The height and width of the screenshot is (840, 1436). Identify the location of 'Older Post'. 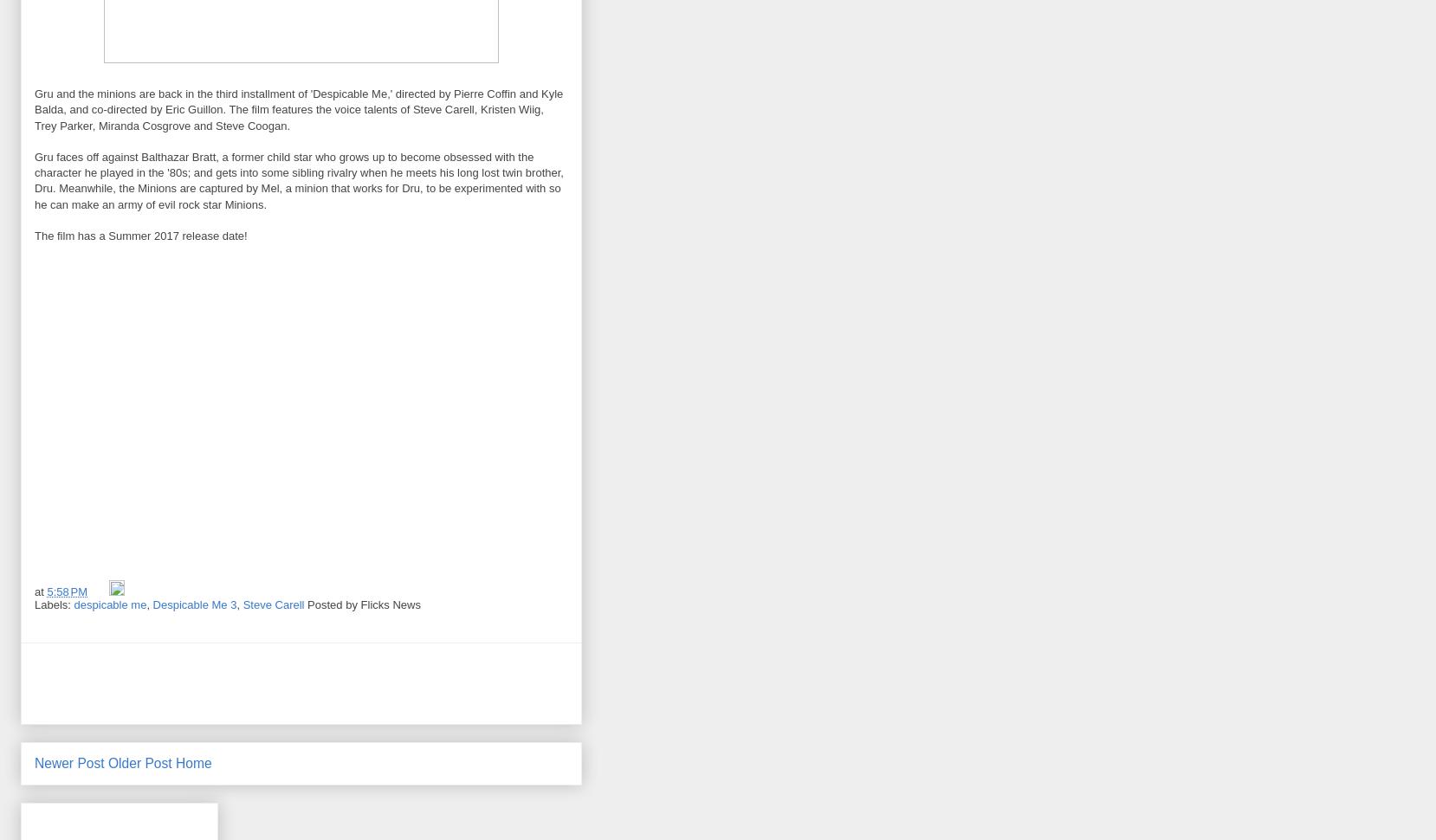
(107, 762).